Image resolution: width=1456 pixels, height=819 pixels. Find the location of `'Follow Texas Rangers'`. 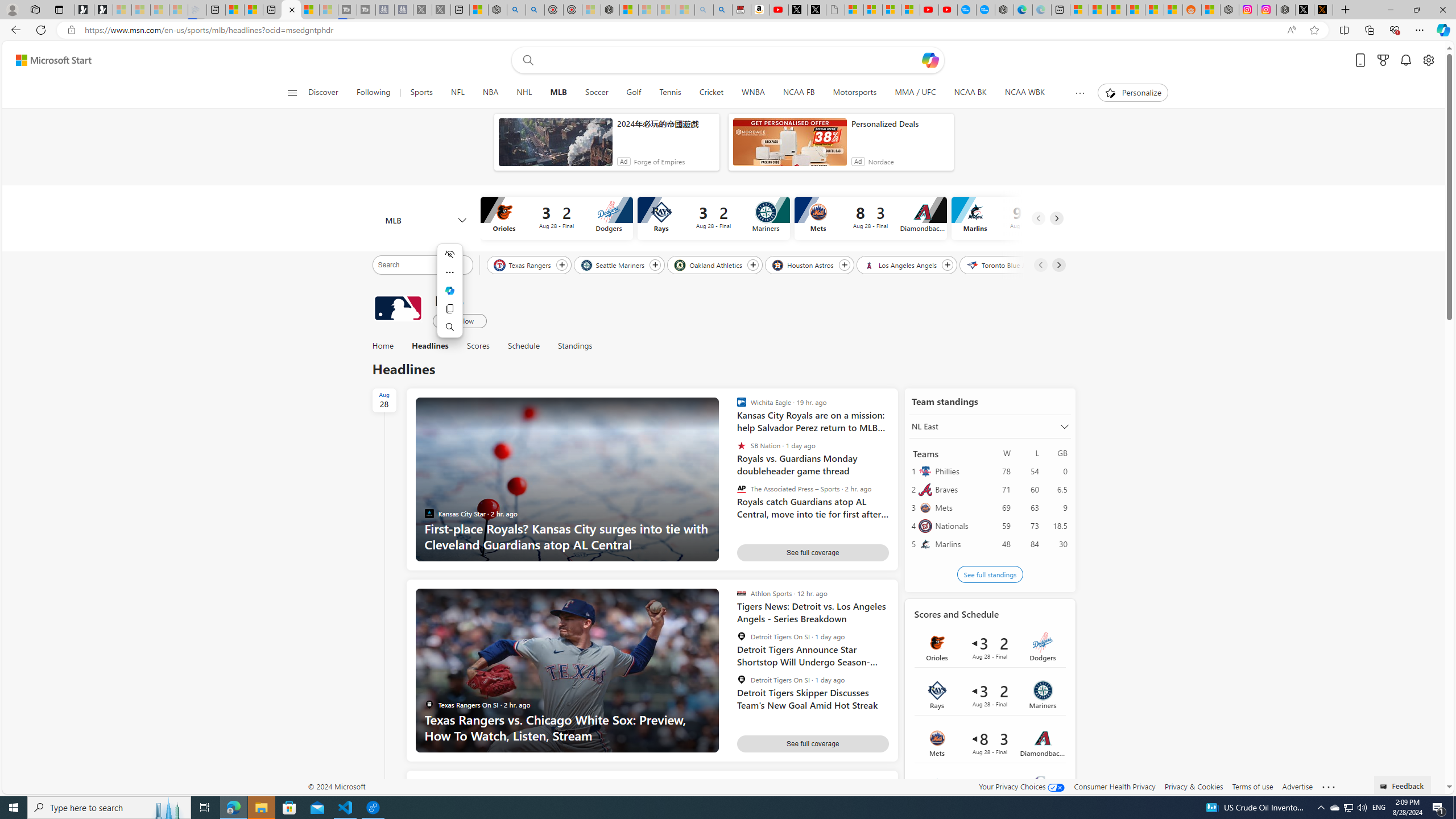

'Follow Texas Rangers' is located at coordinates (561, 265).